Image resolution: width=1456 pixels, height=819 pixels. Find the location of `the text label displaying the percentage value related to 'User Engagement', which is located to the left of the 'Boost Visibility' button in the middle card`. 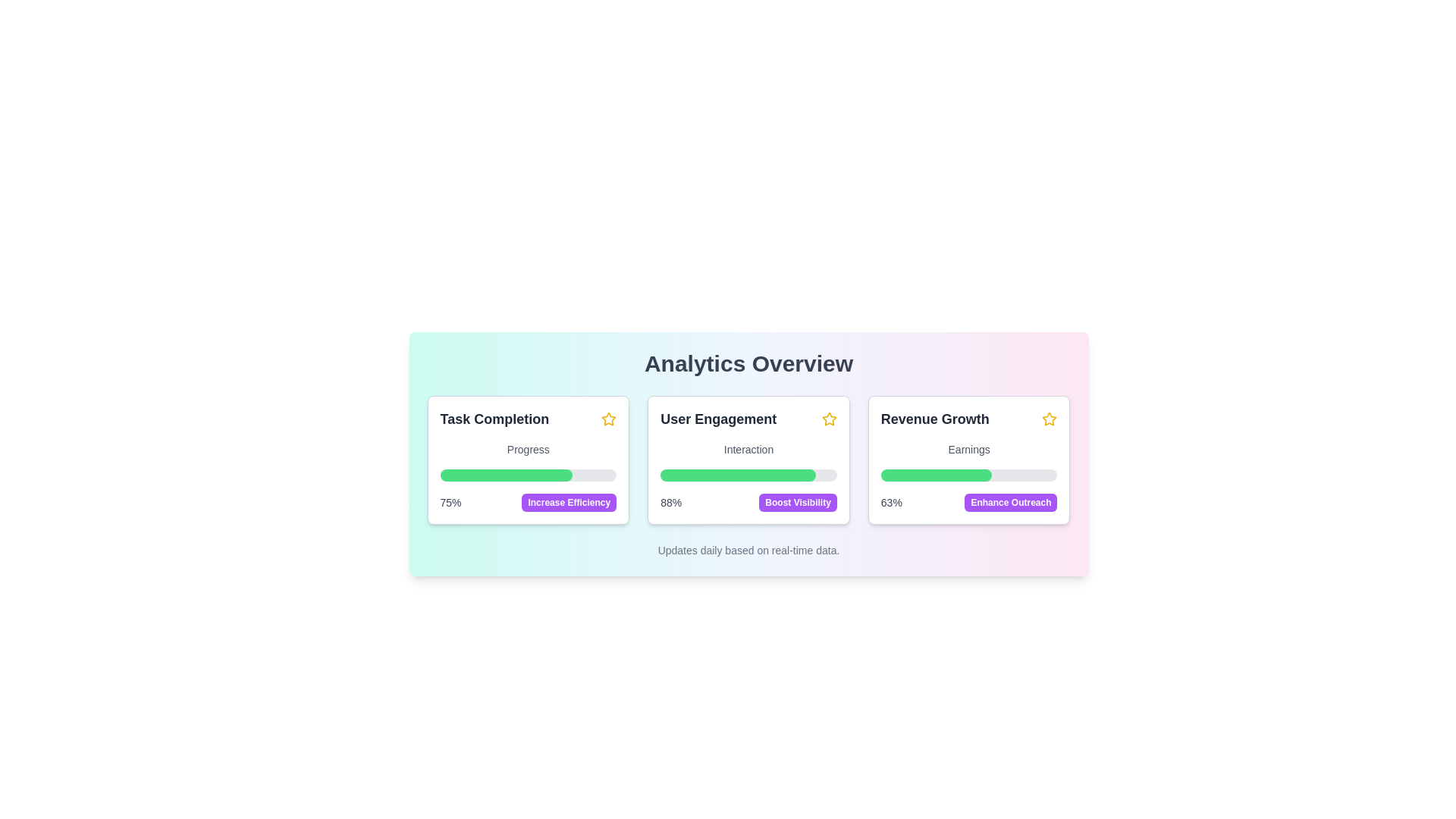

the text label displaying the percentage value related to 'User Engagement', which is located to the left of the 'Boost Visibility' button in the middle card is located at coordinates (670, 503).